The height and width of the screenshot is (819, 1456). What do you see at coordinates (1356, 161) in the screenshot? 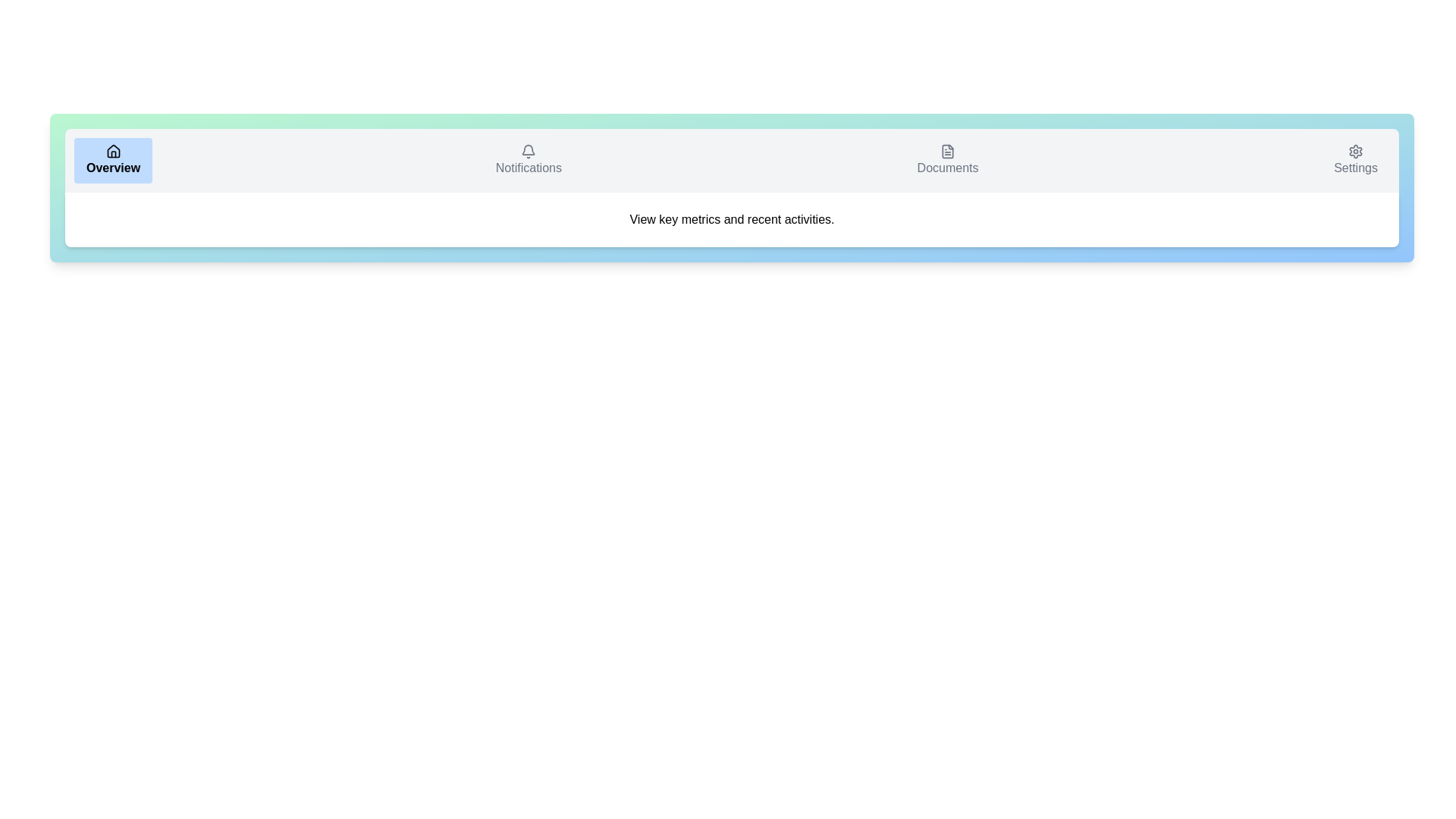
I see `the Settings tab to view its hover state` at bounding box center [1356, 161].